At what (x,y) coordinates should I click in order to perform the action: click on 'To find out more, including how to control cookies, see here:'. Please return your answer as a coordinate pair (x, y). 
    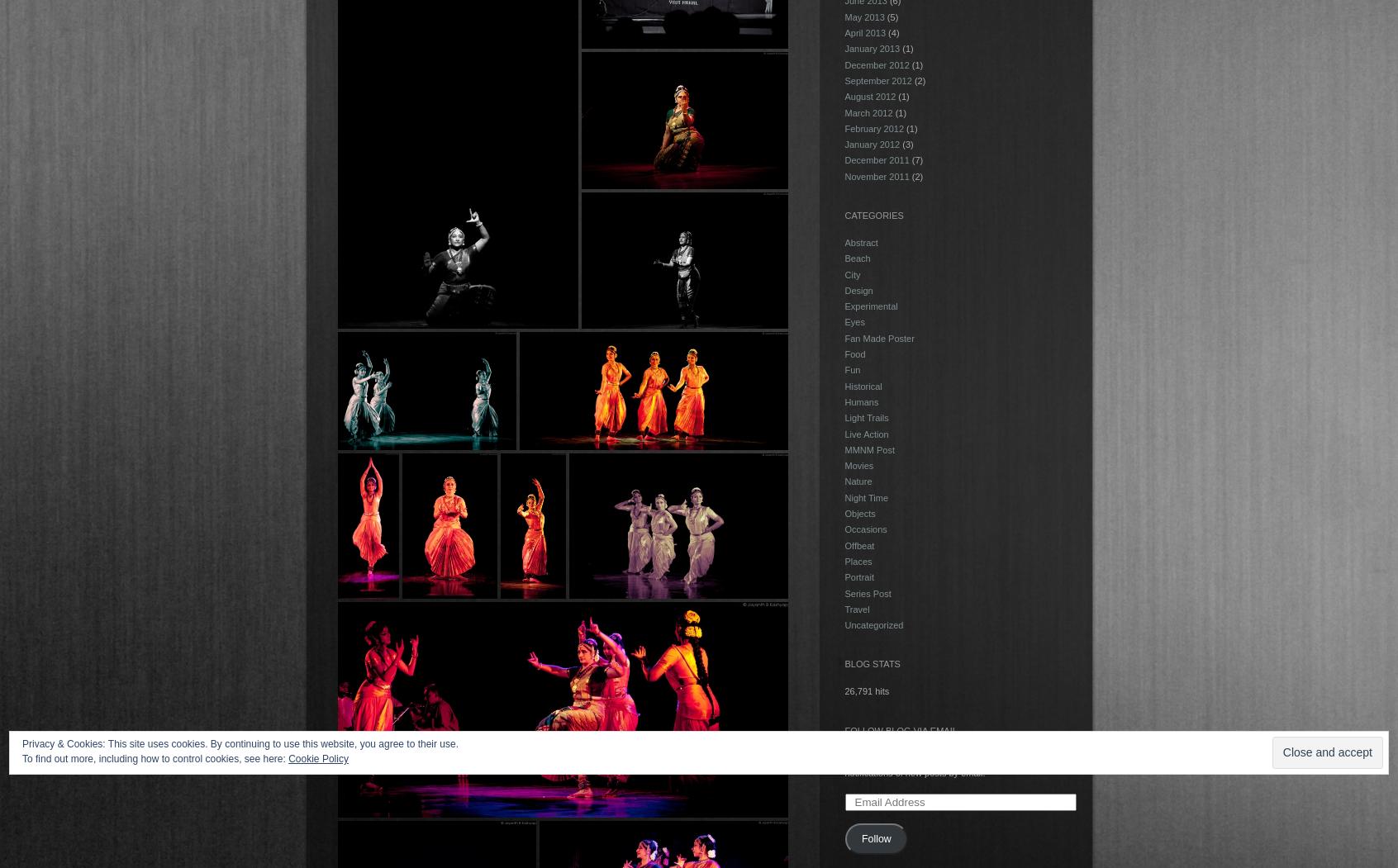
    Looking at the image, I should click on (154, 758).